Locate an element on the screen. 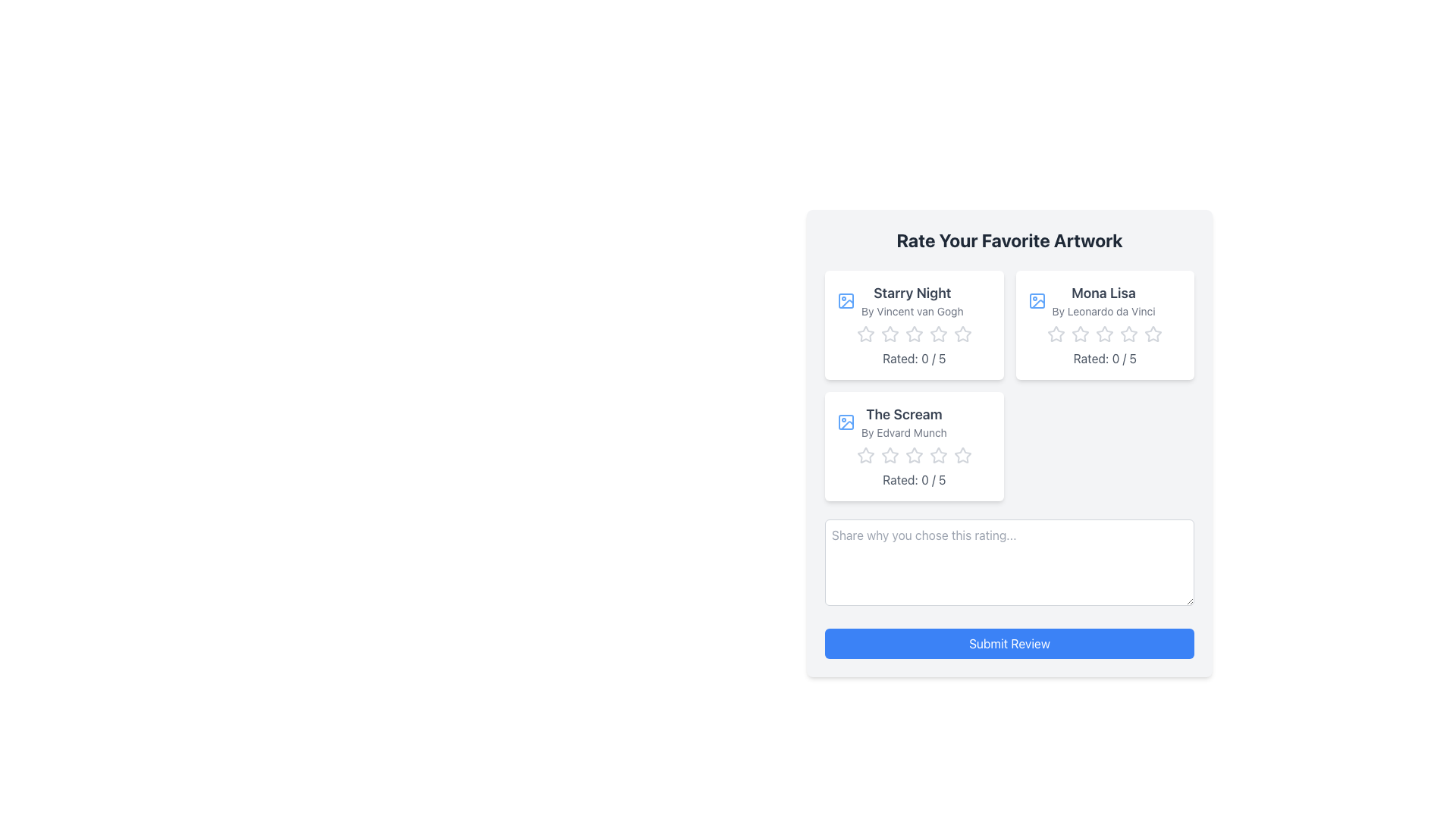 The image size is (1456, 819). the fourth star icon for rating in the rating panel of 'The Scream' artwork is located at coordinates (937, 454).